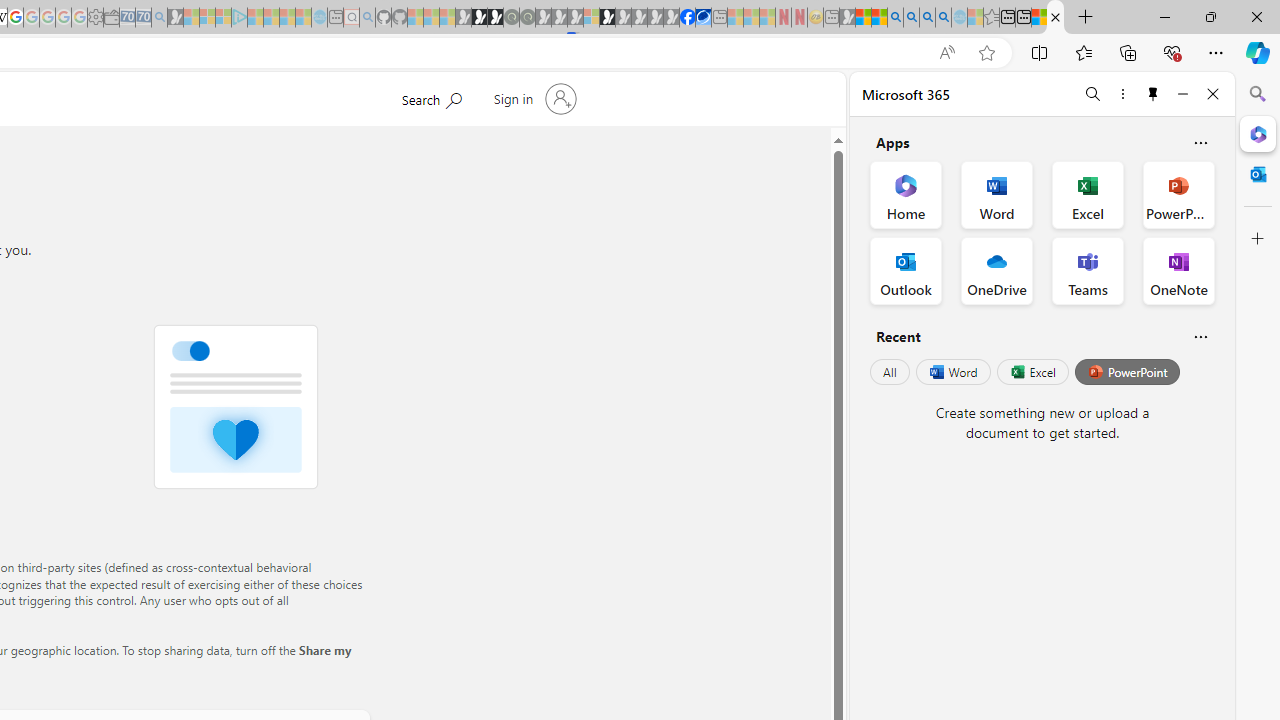  Describe the element at coordinates (1153, 93) in the screenshot. I see `'Unpin side pane'` at that location.